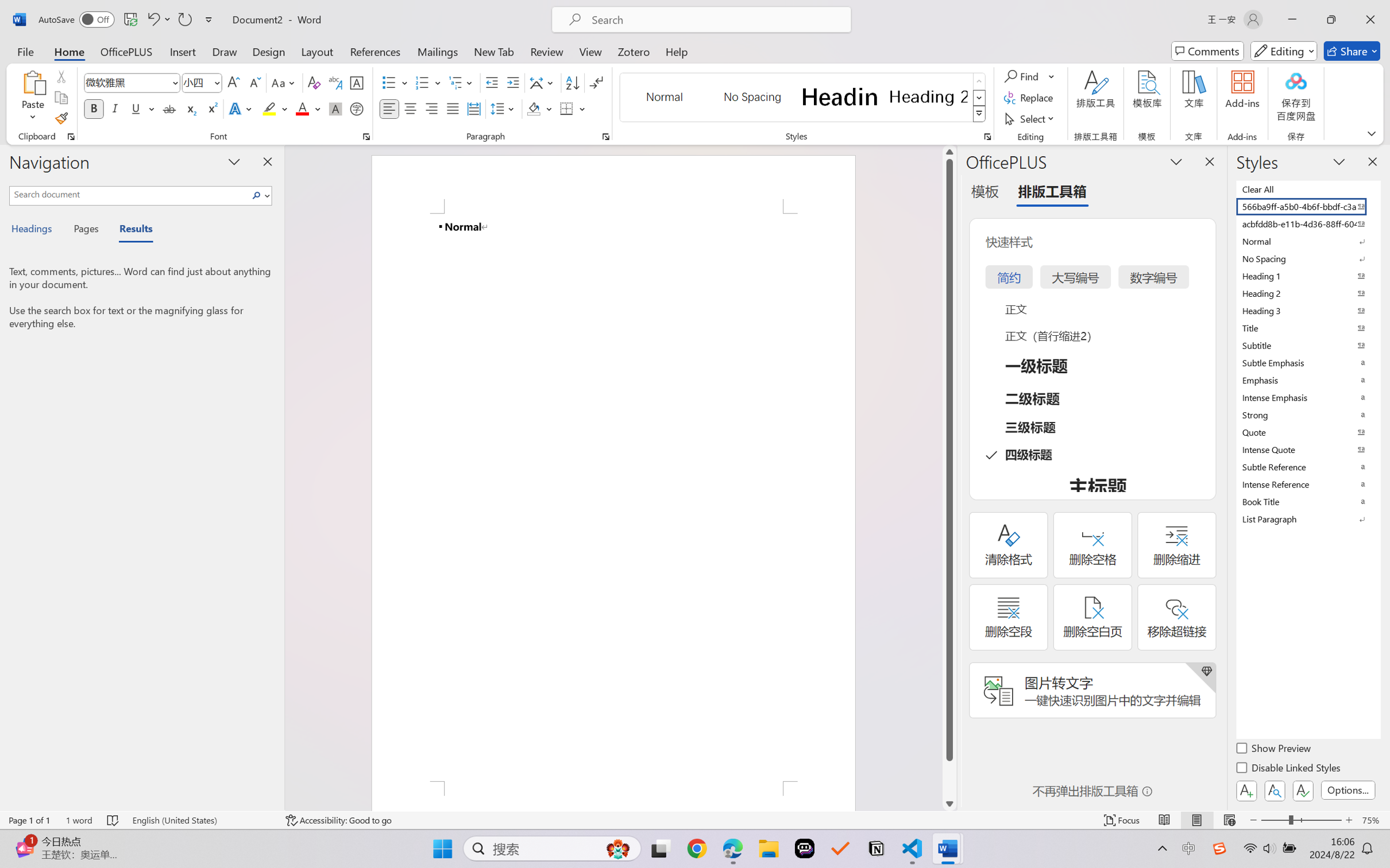 This screenshot has height=868, width=1390. Describe the element at coordinates (1207, 51) in the screenshot. I see `'Comments'` at that location.